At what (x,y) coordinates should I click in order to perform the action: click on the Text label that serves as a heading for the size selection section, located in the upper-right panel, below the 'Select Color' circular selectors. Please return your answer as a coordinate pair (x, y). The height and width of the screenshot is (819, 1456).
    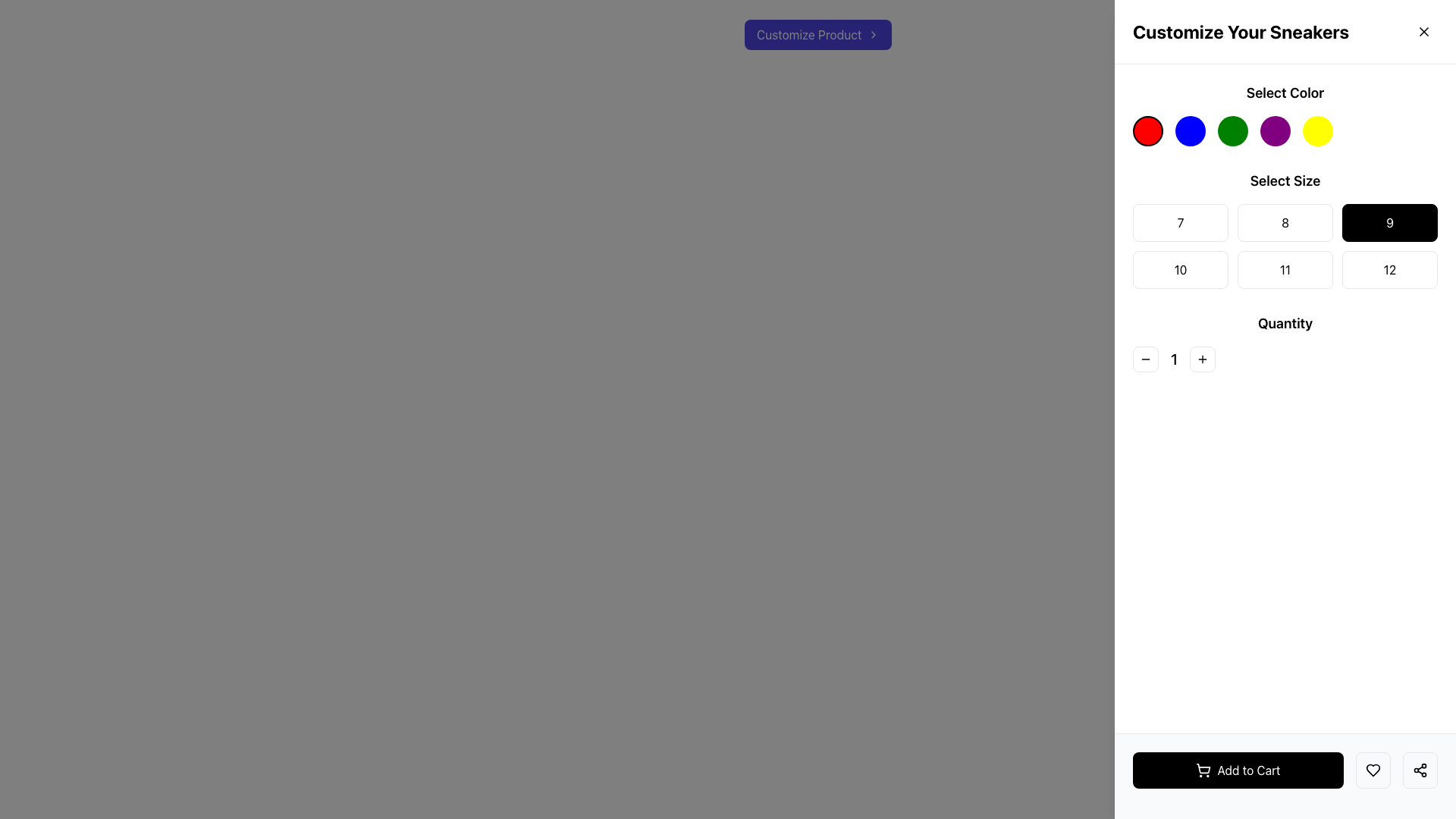
    Looking at the image, I should click on (1284, 180).